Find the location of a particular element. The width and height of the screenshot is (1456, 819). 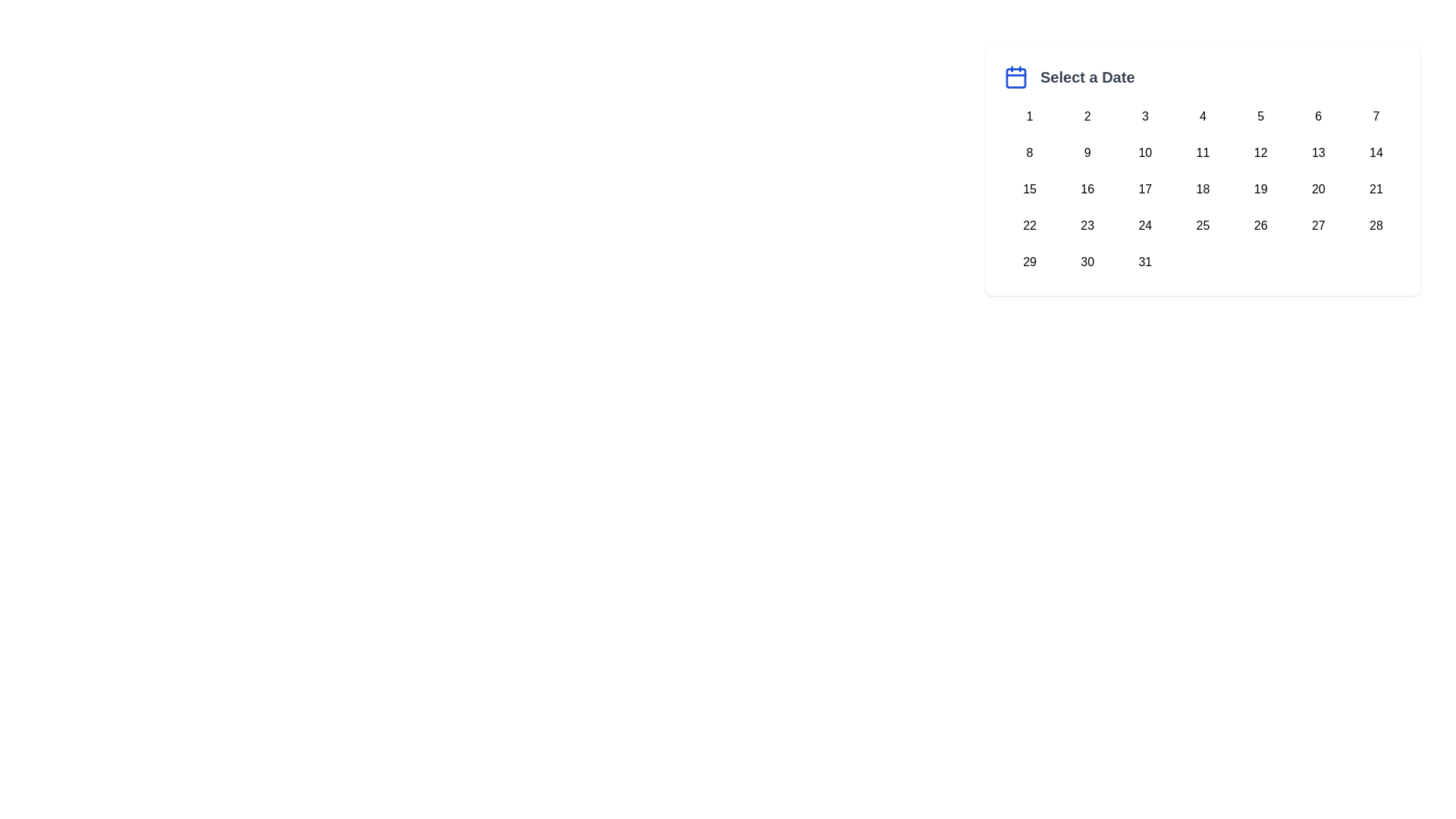

the button styled as a selectable calendar date for selecting the date '31' is located at coordinates (1145, 262).